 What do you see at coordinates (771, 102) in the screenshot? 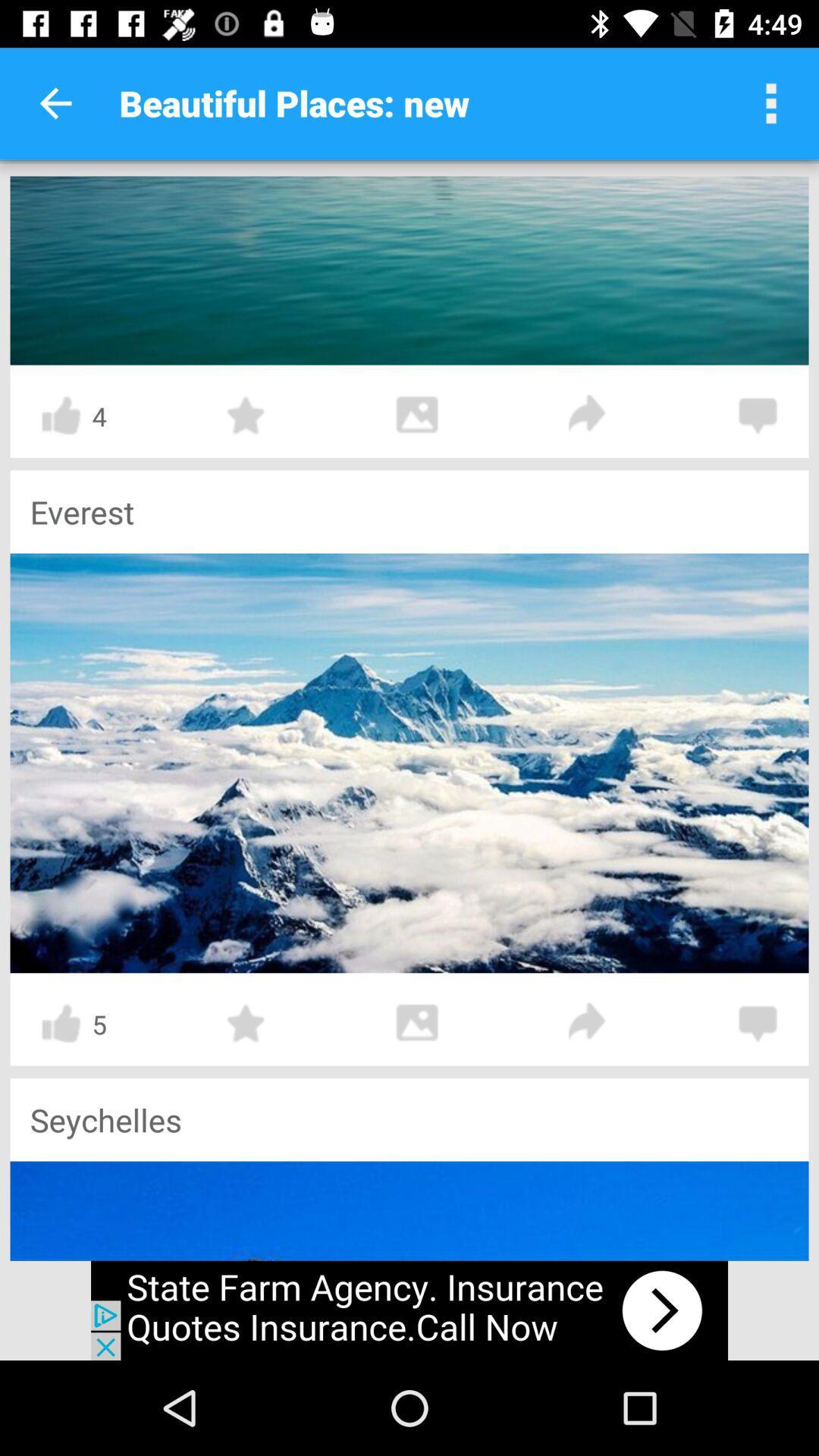
I see `settings` at bounding box center [771, 102].